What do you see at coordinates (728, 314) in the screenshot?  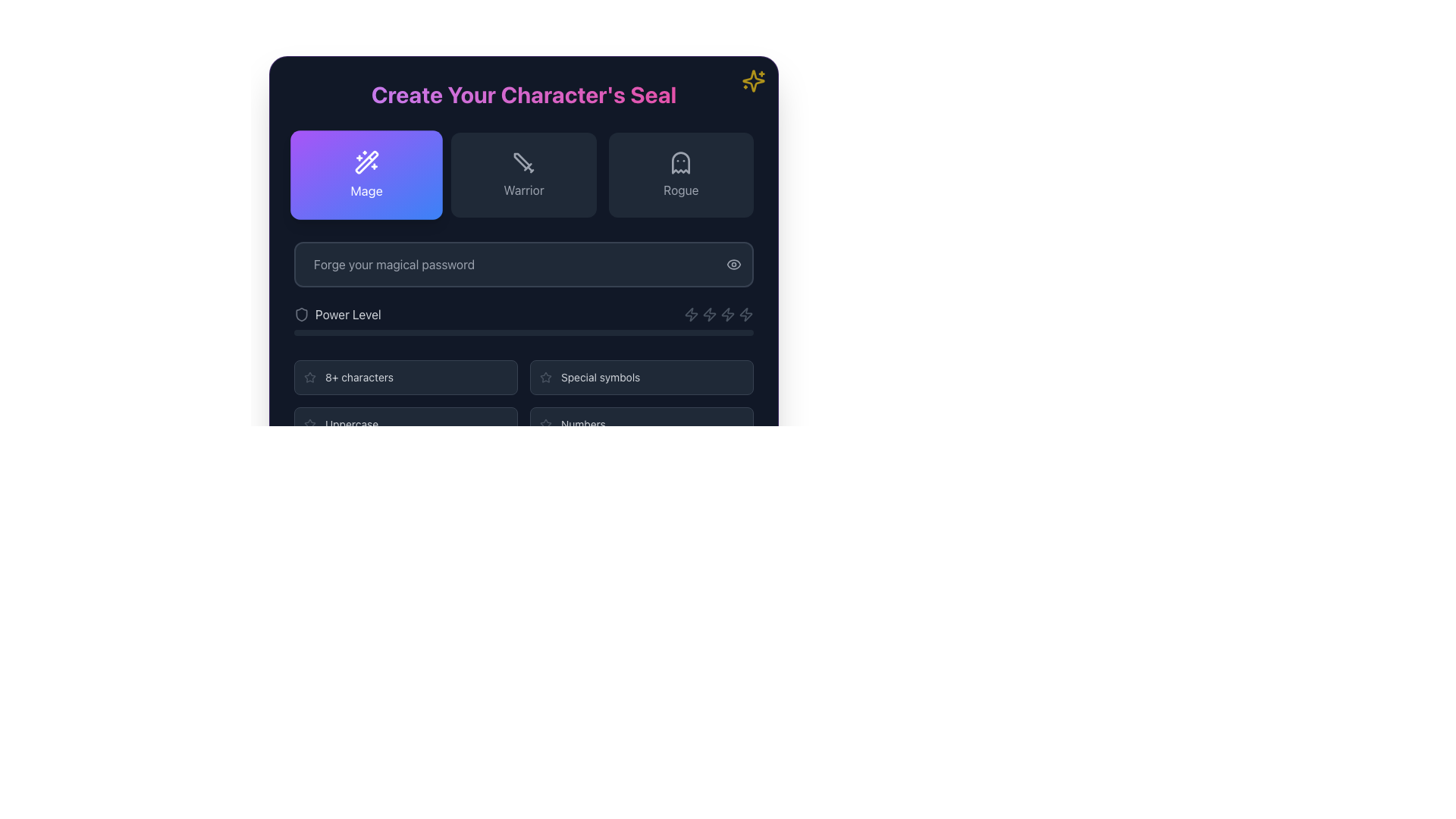 I see `the power/action icon located in the bottom-right area of the user interface, which is the last icon in a horizontal group of several similar icons` at bounding box center [728, 314].